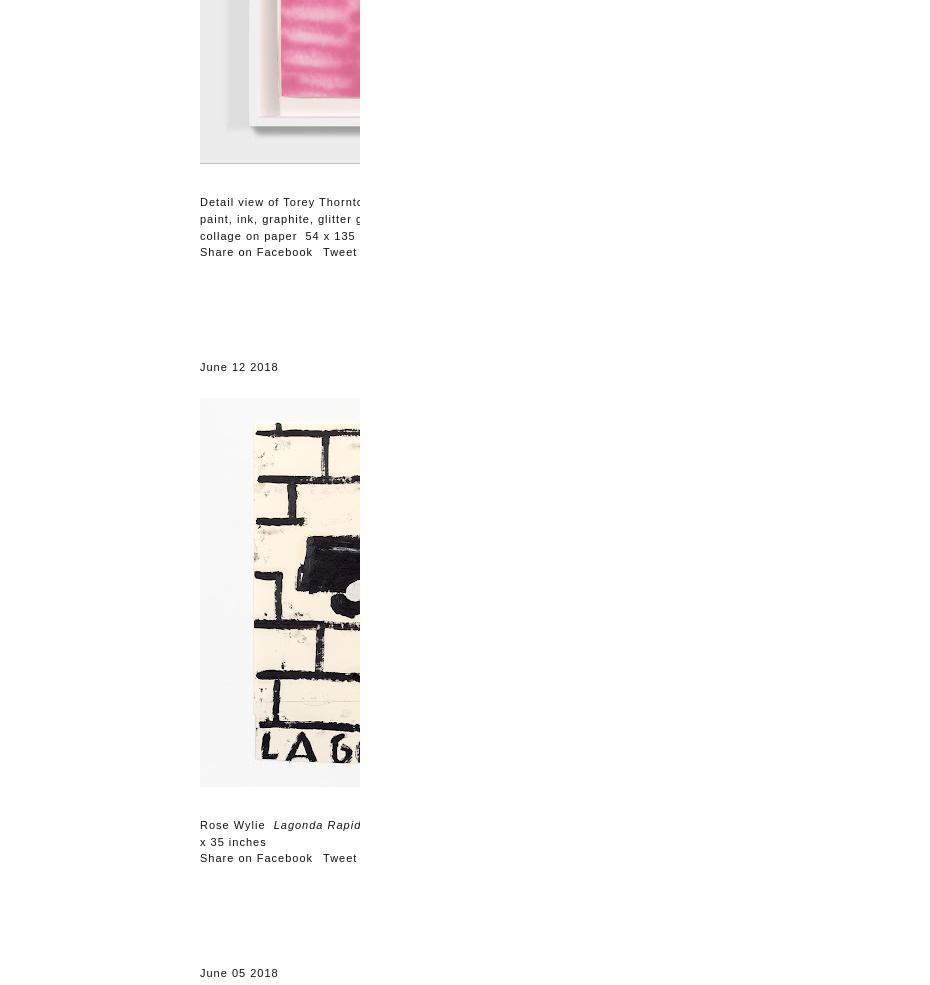 This screenshot has height=985, width=930. Describe the element at coordinates (239, 972) in the screenshot. I see `'June 05 2018'` at that location.